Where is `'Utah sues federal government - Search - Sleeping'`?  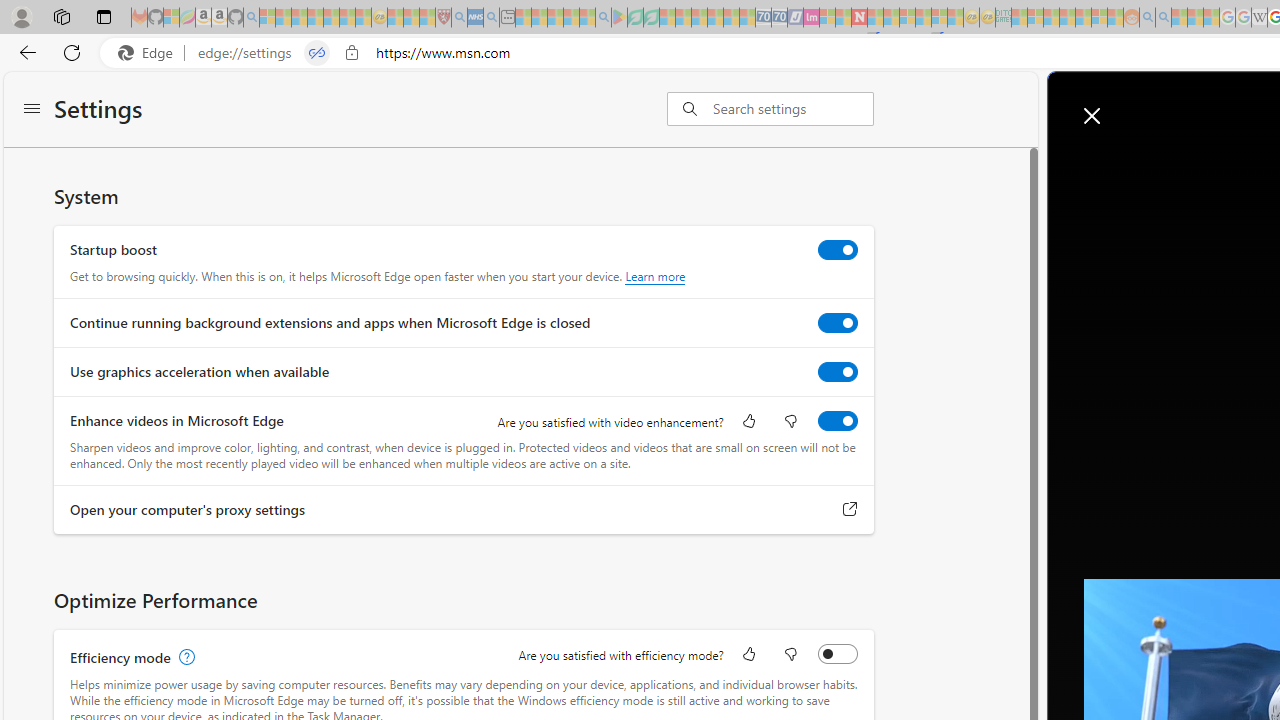 'Utah sues federal government - Search - Sleeping' is located at coordinates (1163, 17).